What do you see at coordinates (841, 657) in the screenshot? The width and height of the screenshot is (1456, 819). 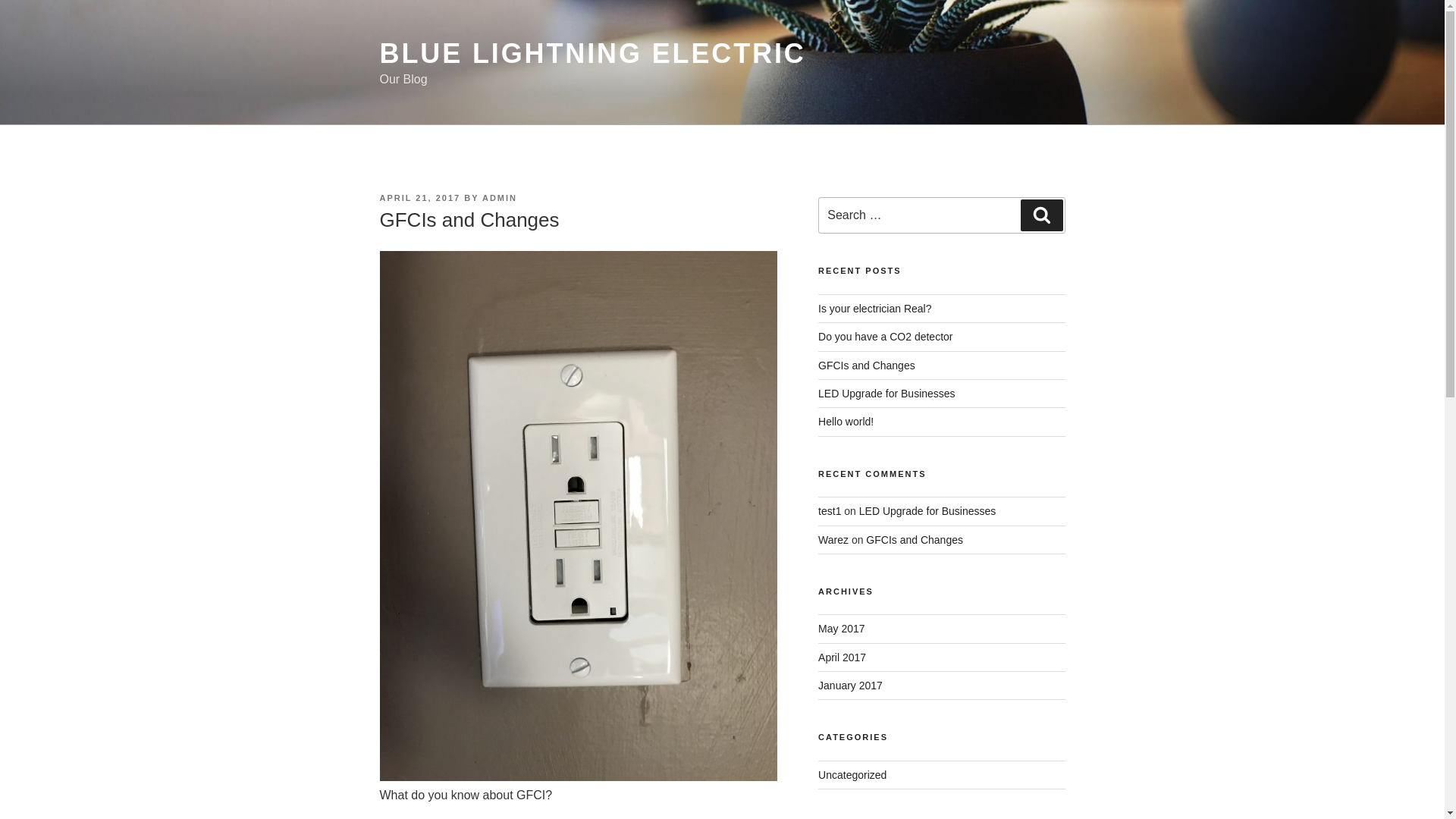 I see `'April 2017'` at bounding box center [841, 657].